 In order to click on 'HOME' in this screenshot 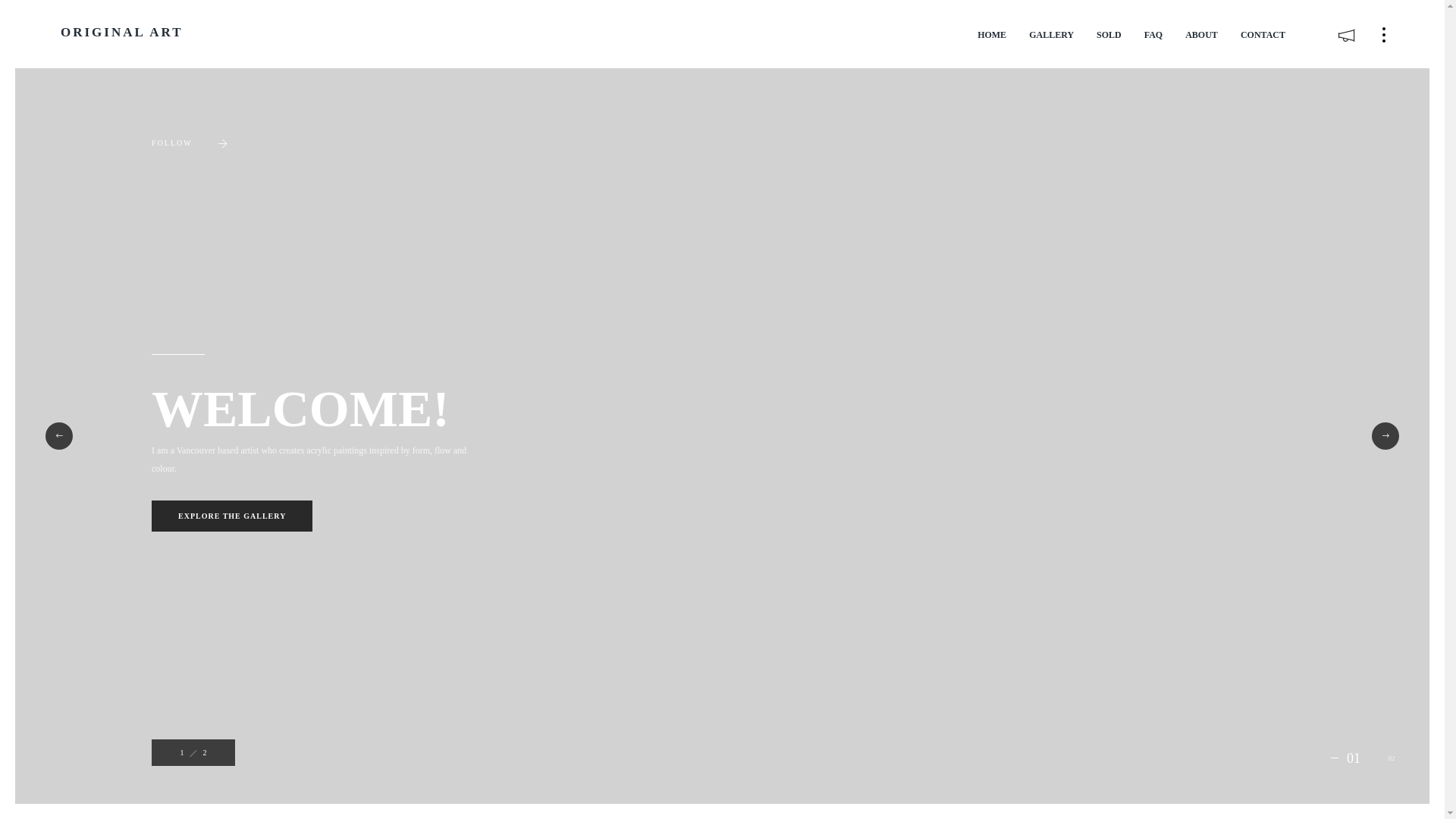, I will do `click(992, 34)`.